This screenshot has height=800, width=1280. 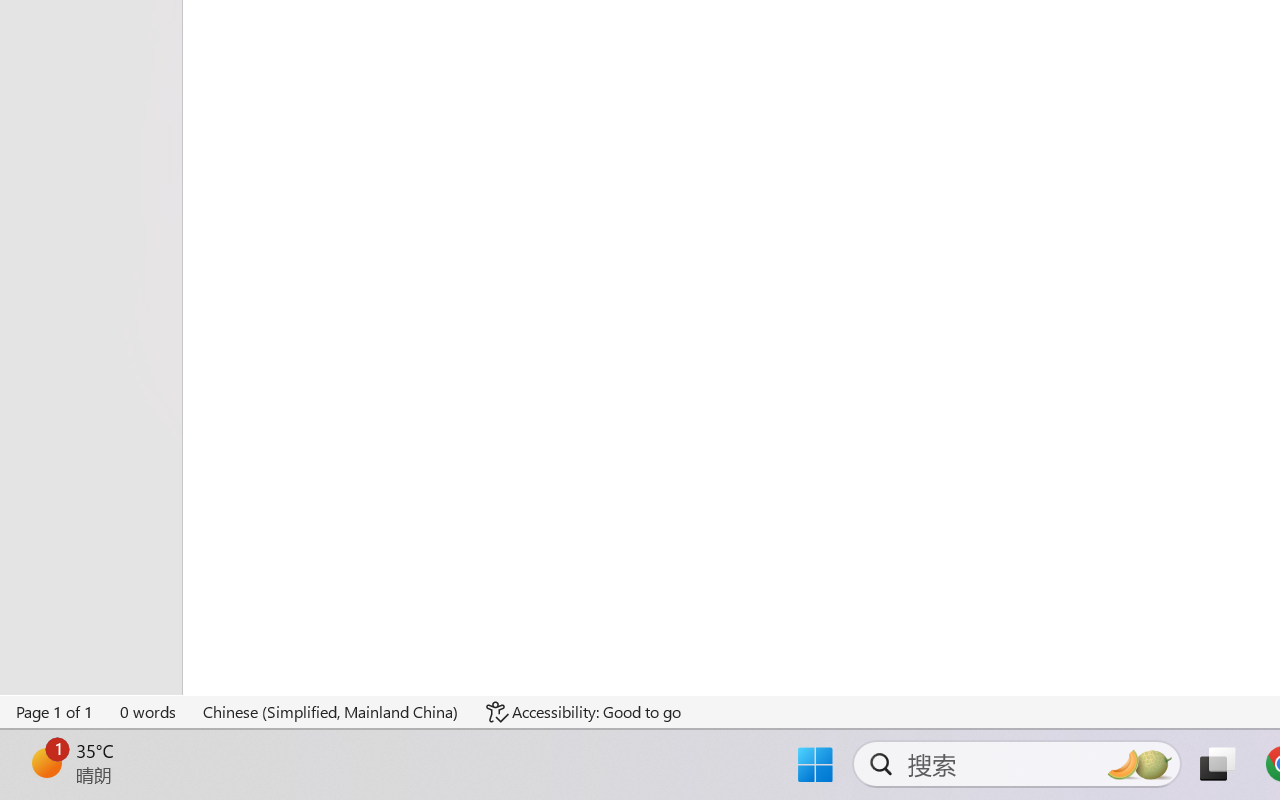 What do you see at coordinates (331, 711) in the screenshot?
I see `'Language Chinese (Simplified, Mainland China)'` at bounding box center [331, 711].